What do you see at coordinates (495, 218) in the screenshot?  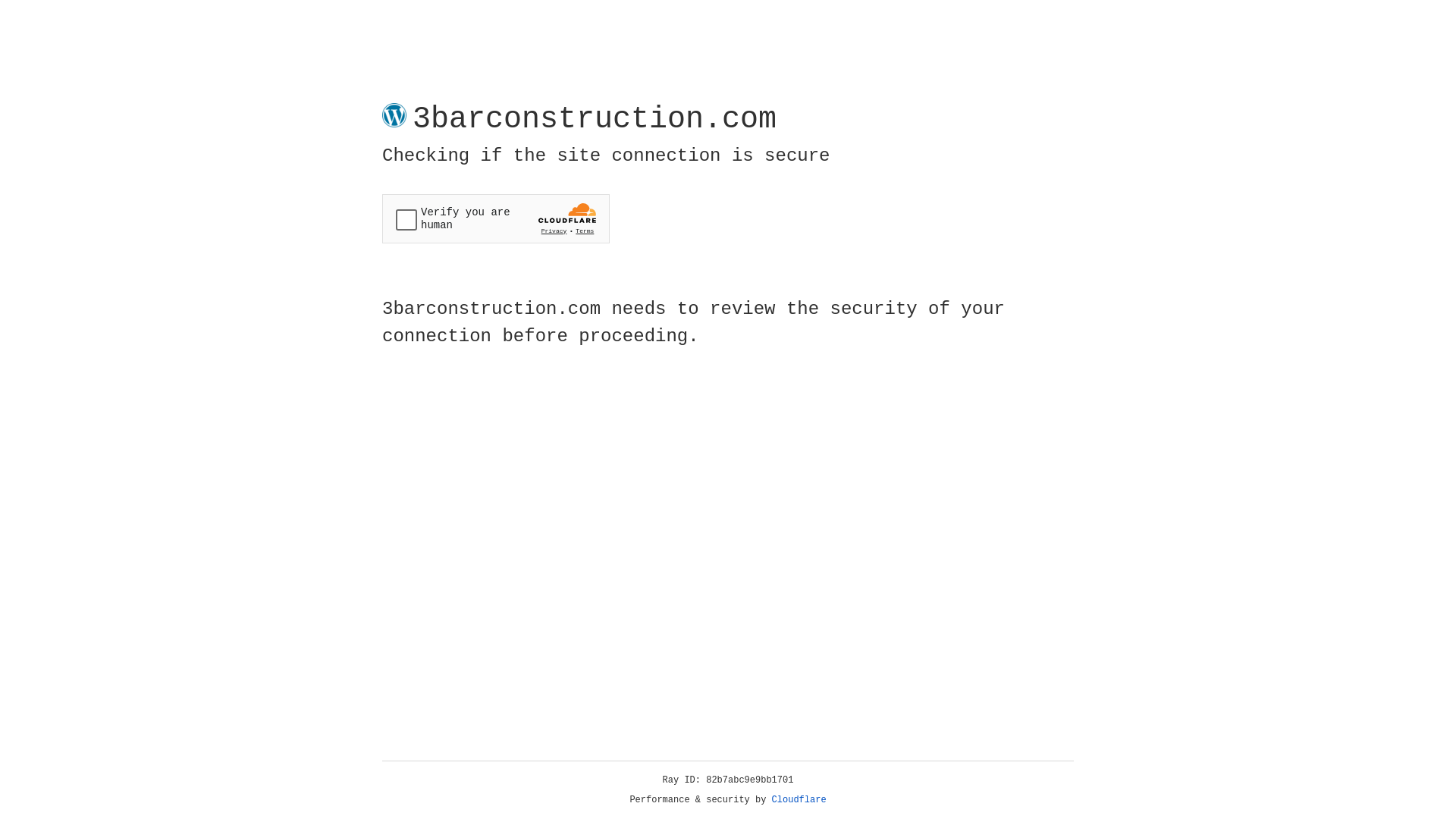 I see `'Widget containing a Cloudflare security challenge'` at bounding box center [495, 218].